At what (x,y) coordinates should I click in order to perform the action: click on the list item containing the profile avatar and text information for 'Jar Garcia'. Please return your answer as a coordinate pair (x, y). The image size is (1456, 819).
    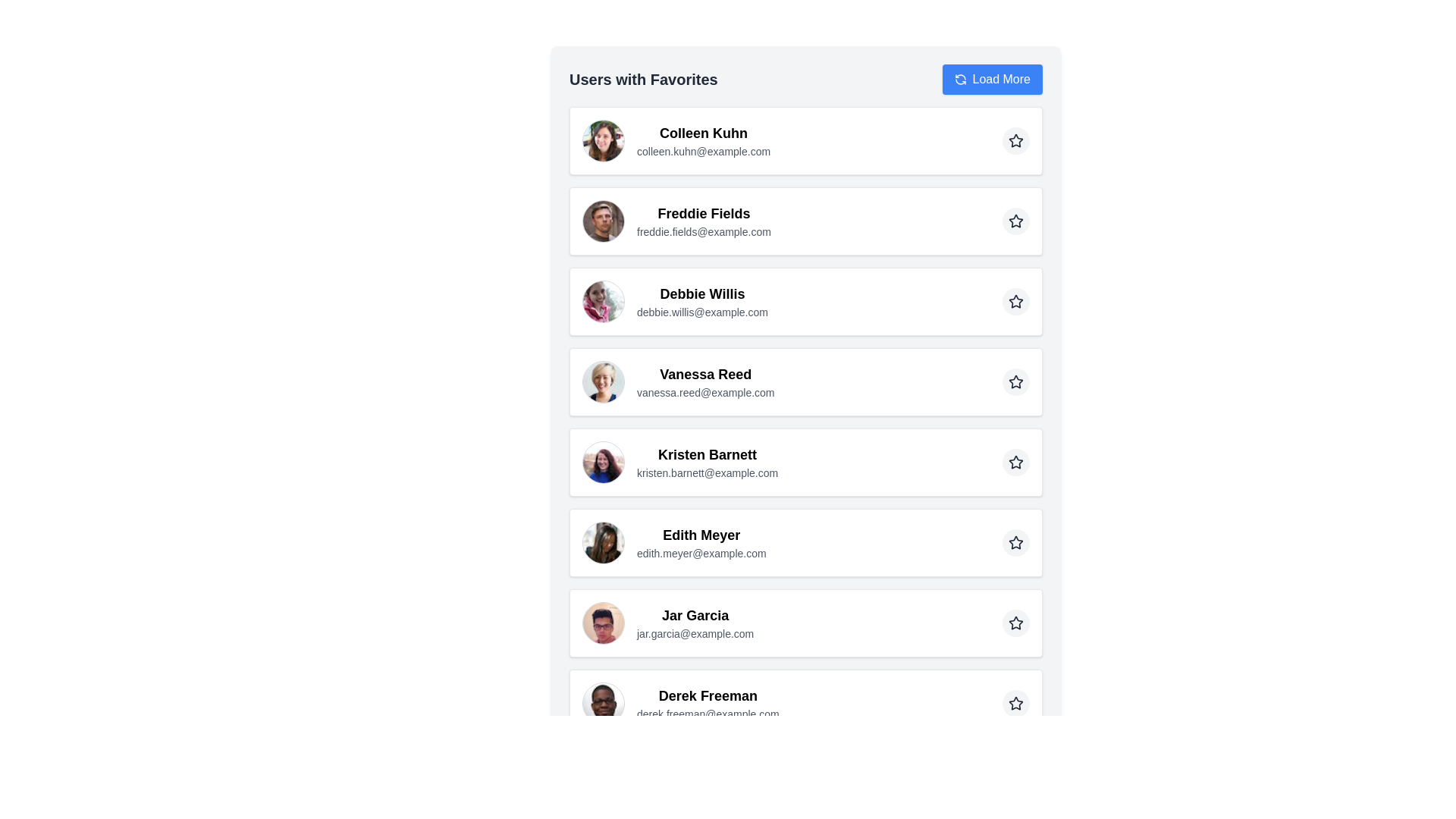
    Looking at the image, I should click on (667, 623).